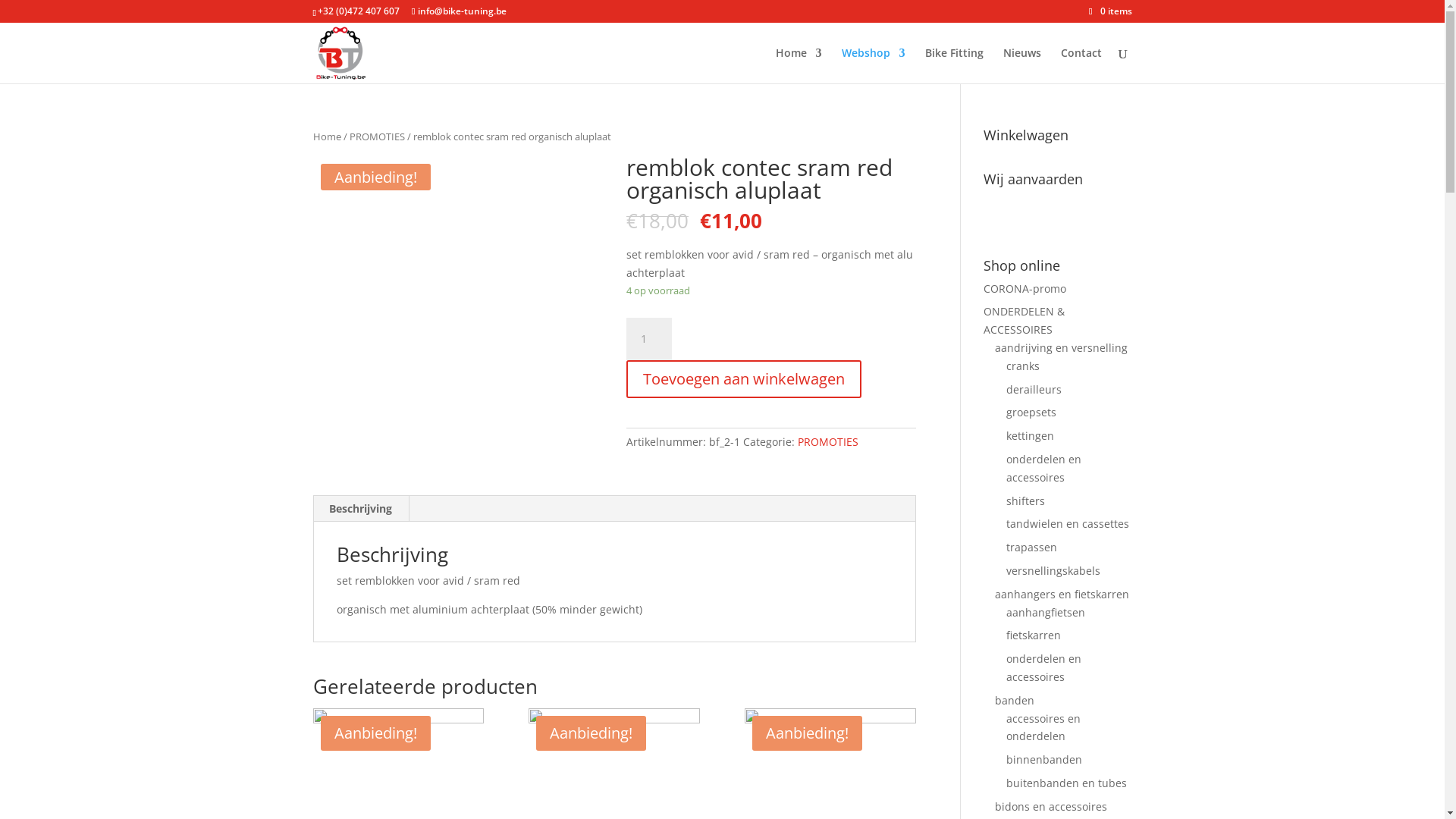  What do you see at coordinates (1031, 412) in the screenshot?
I see `'groepsets'` at bounding box center [1031, 412].